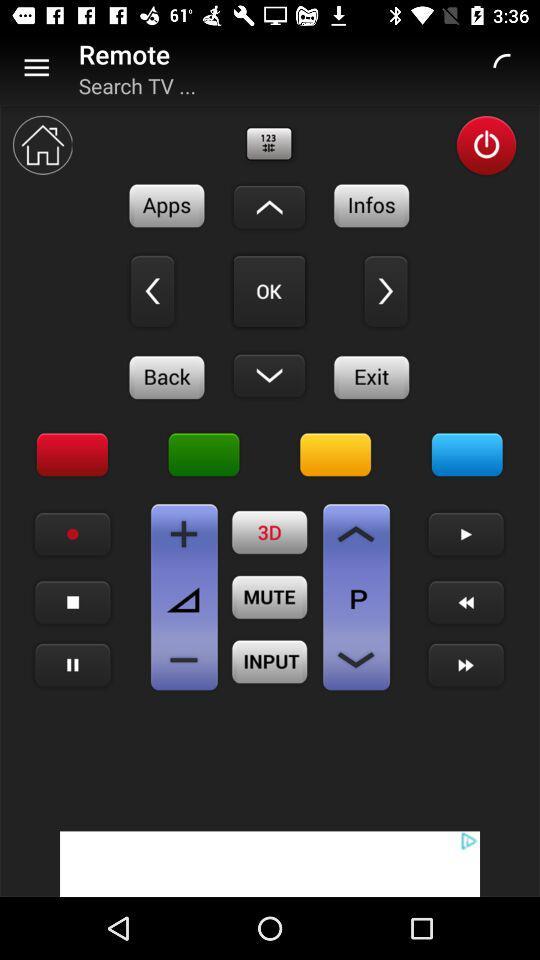 The height and width of the screenshot is (960, 540). I want to click on remote record button, so click(72, 533).